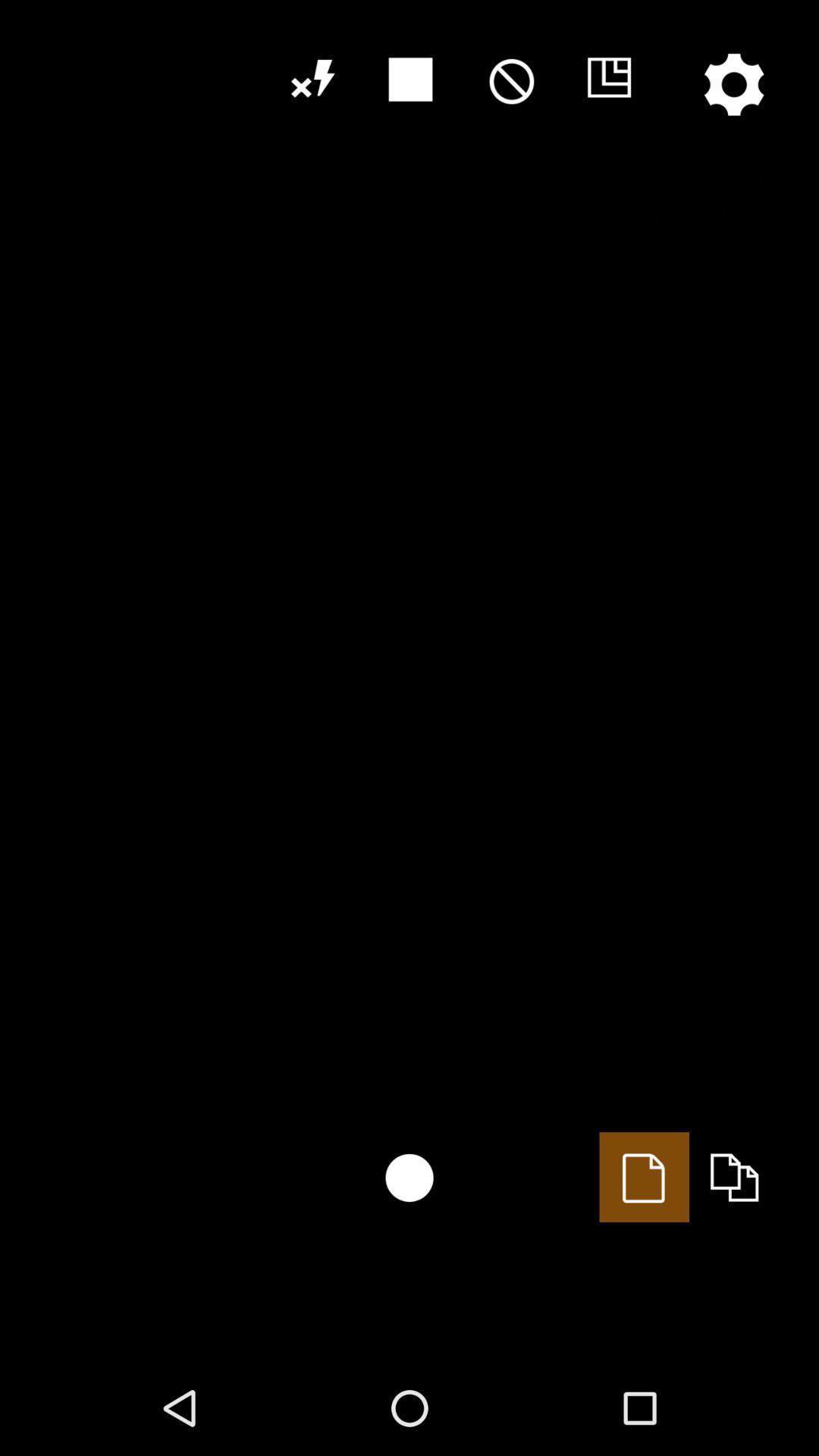 The height and width of the screenshot is (1456, 819). Describe the element at coordinates (608, 79) in the screenshot. I see `the save icon` at that location.